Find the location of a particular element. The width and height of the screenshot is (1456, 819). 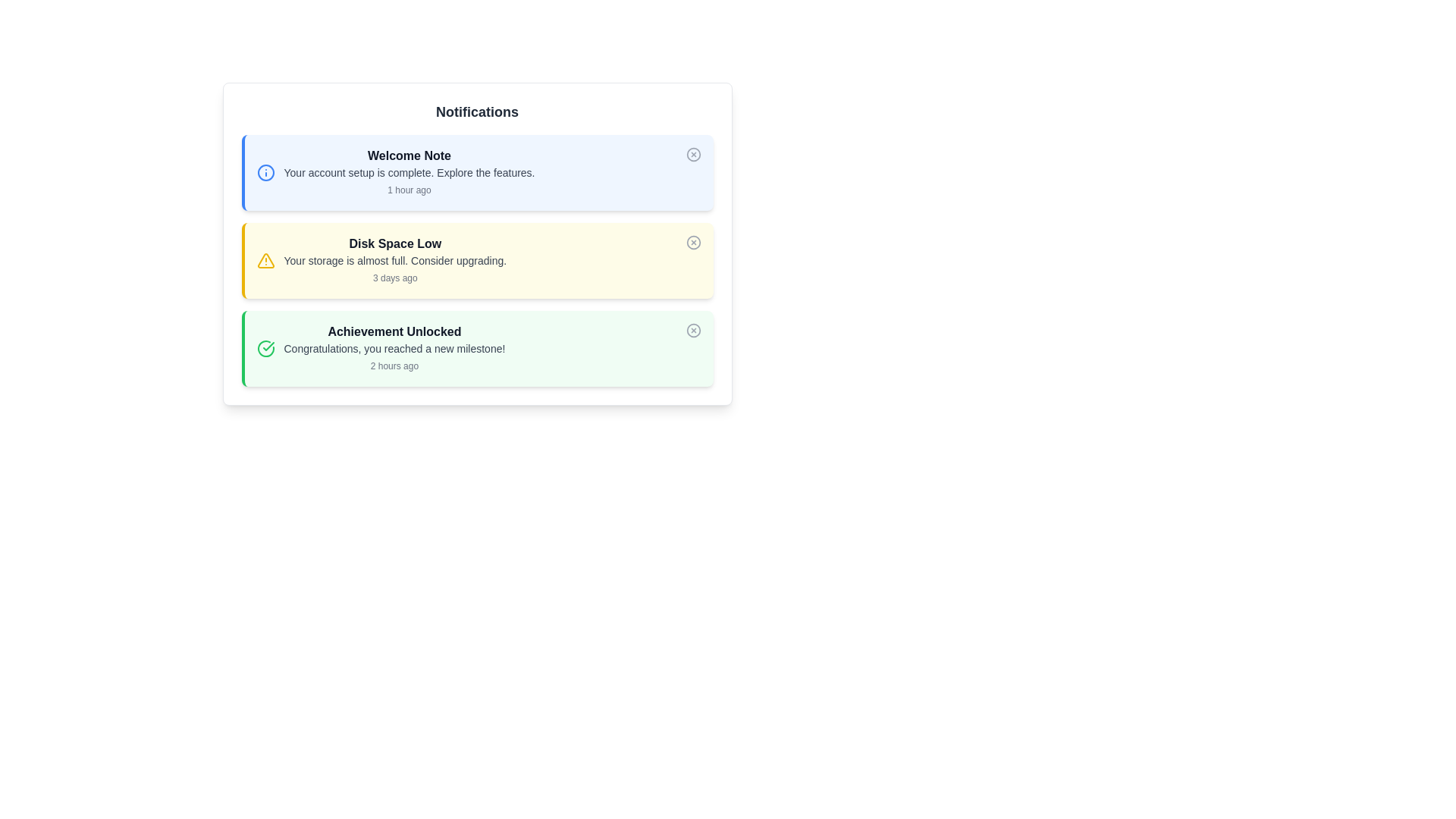

the circular icon with a blue outline located to the left of the 'Welcome Note' text in the notification card is located at coordinates (265, 171).